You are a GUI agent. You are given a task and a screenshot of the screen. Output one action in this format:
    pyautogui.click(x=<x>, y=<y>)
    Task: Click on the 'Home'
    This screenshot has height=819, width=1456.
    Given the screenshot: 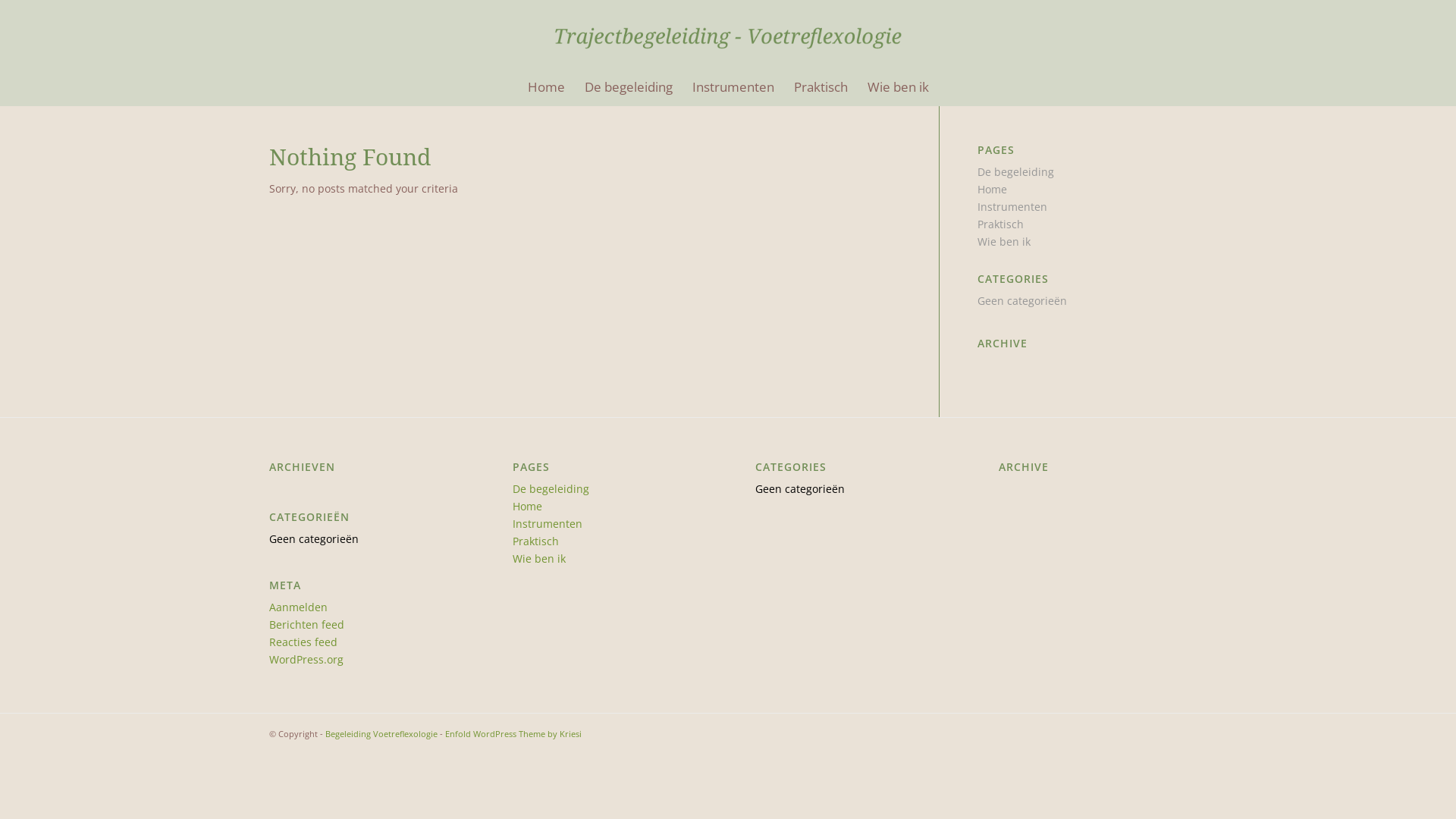 What is the action you would take?
    pyautogui.click(x=992, y=188)
    